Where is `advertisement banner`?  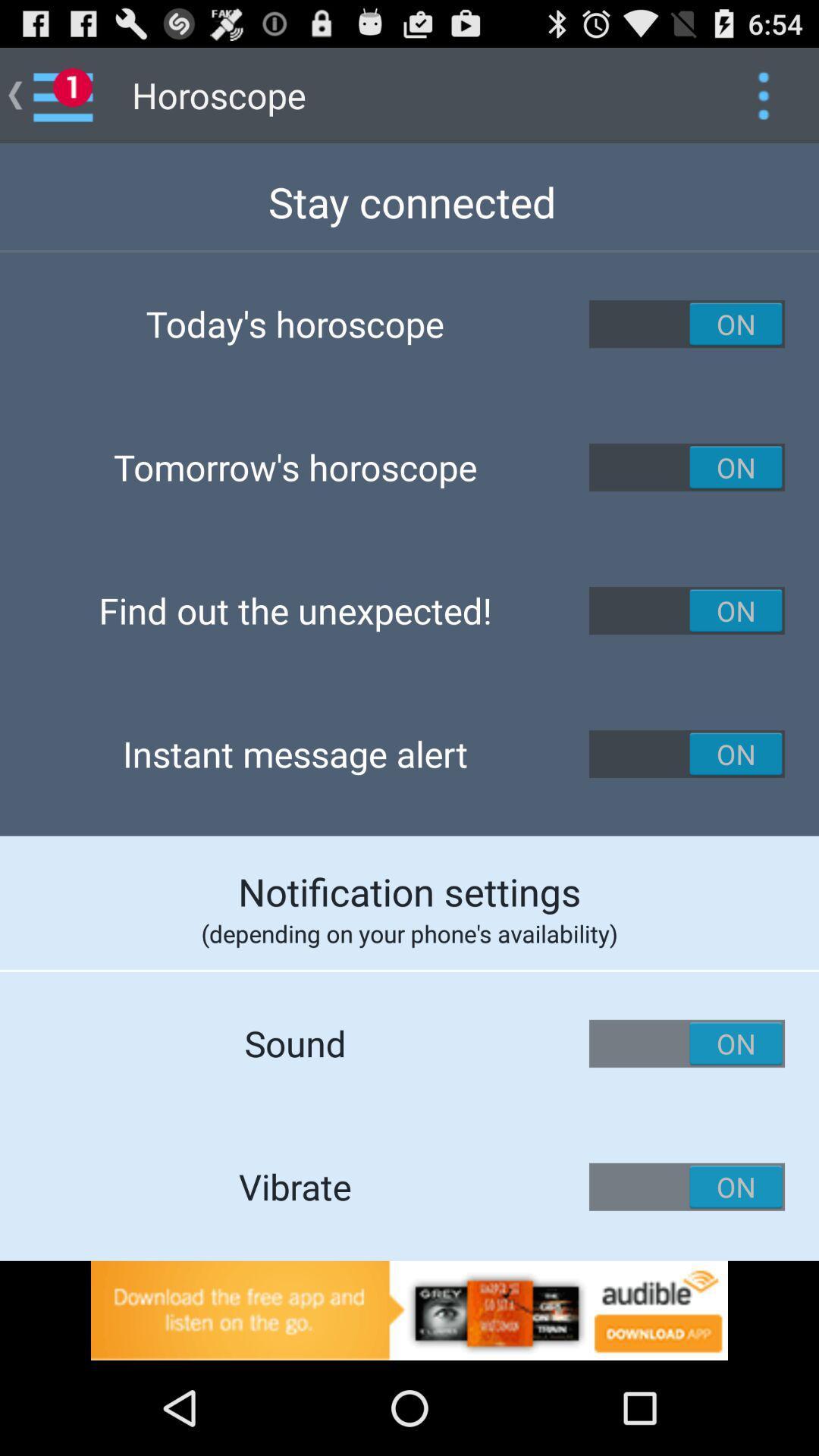 advertisement banner is located at coordinates (409, 1310).